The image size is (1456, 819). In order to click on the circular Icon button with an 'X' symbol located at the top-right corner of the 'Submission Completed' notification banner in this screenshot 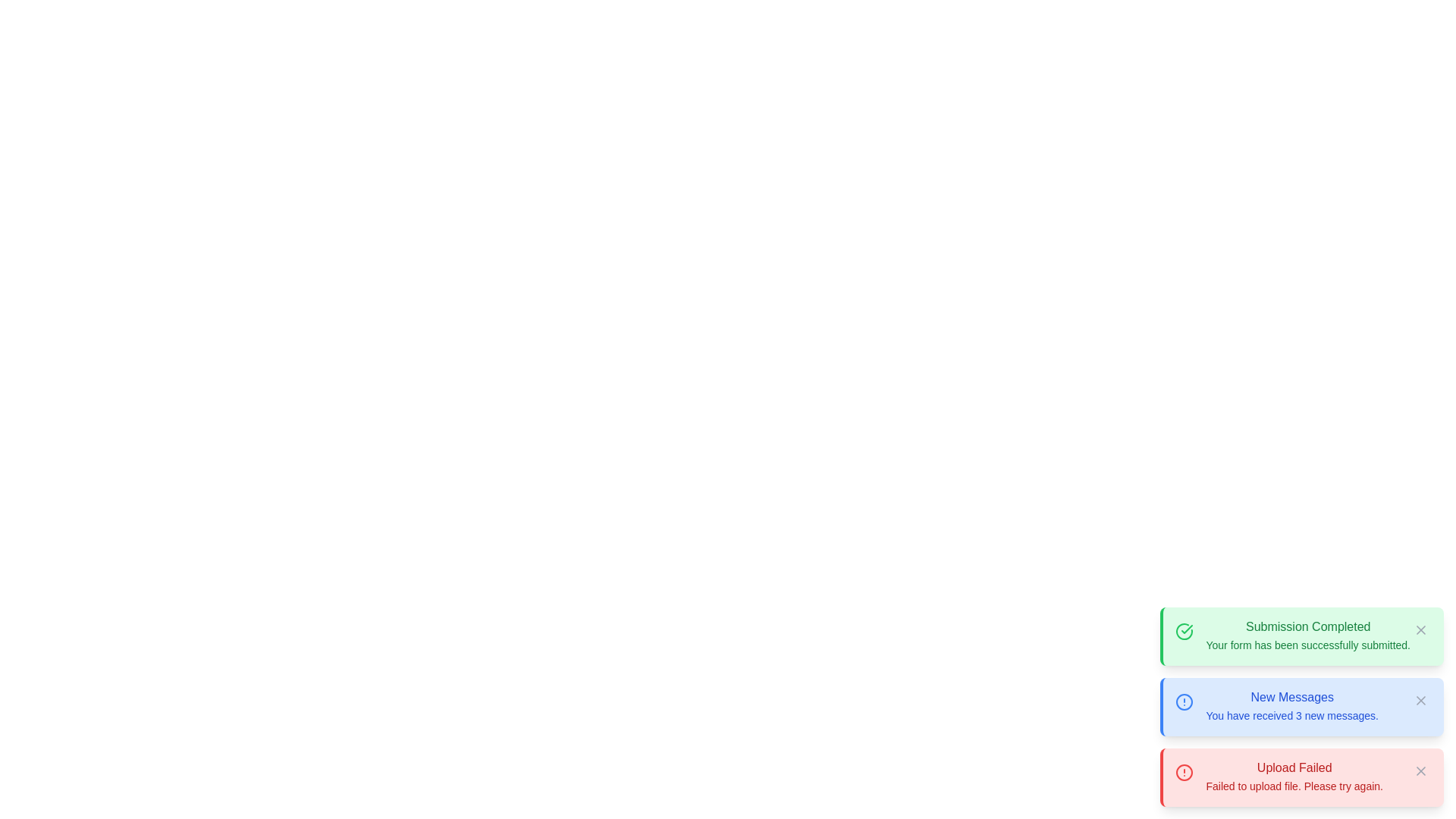, I will do `click(1420, 629)`.